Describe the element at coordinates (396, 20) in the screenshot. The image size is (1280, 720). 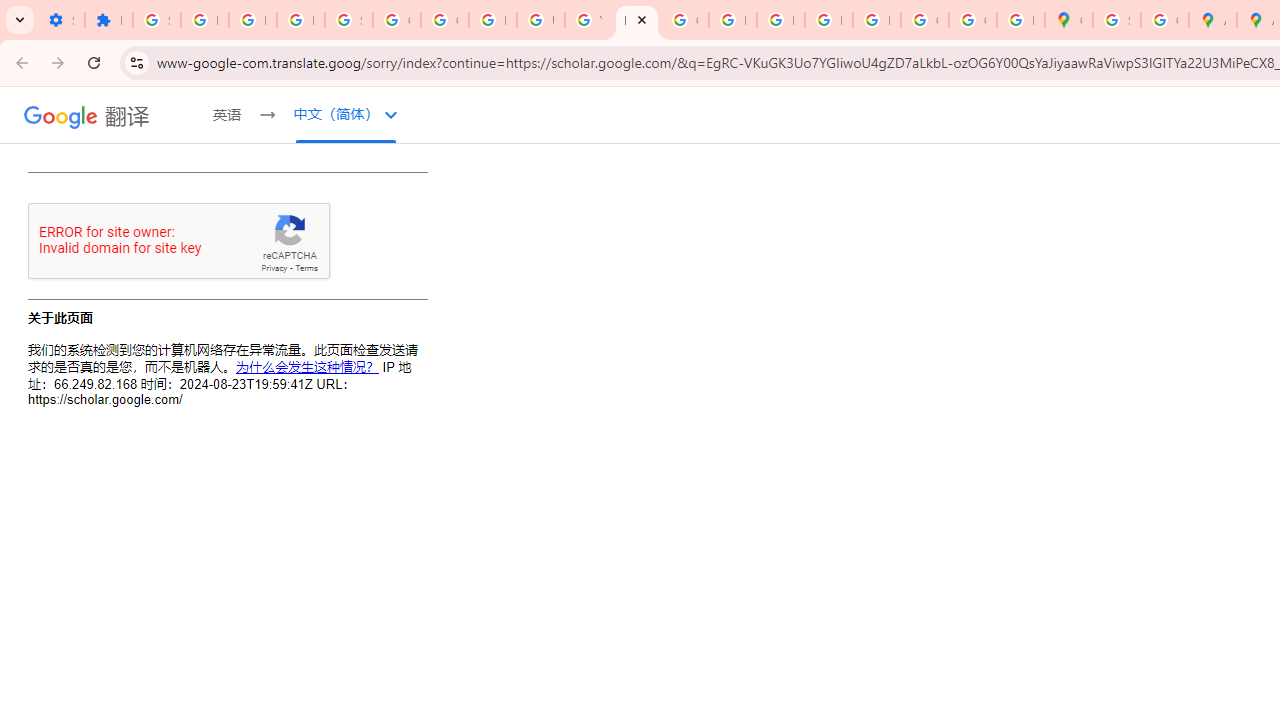
I see `'Google Account Help'` at that location.